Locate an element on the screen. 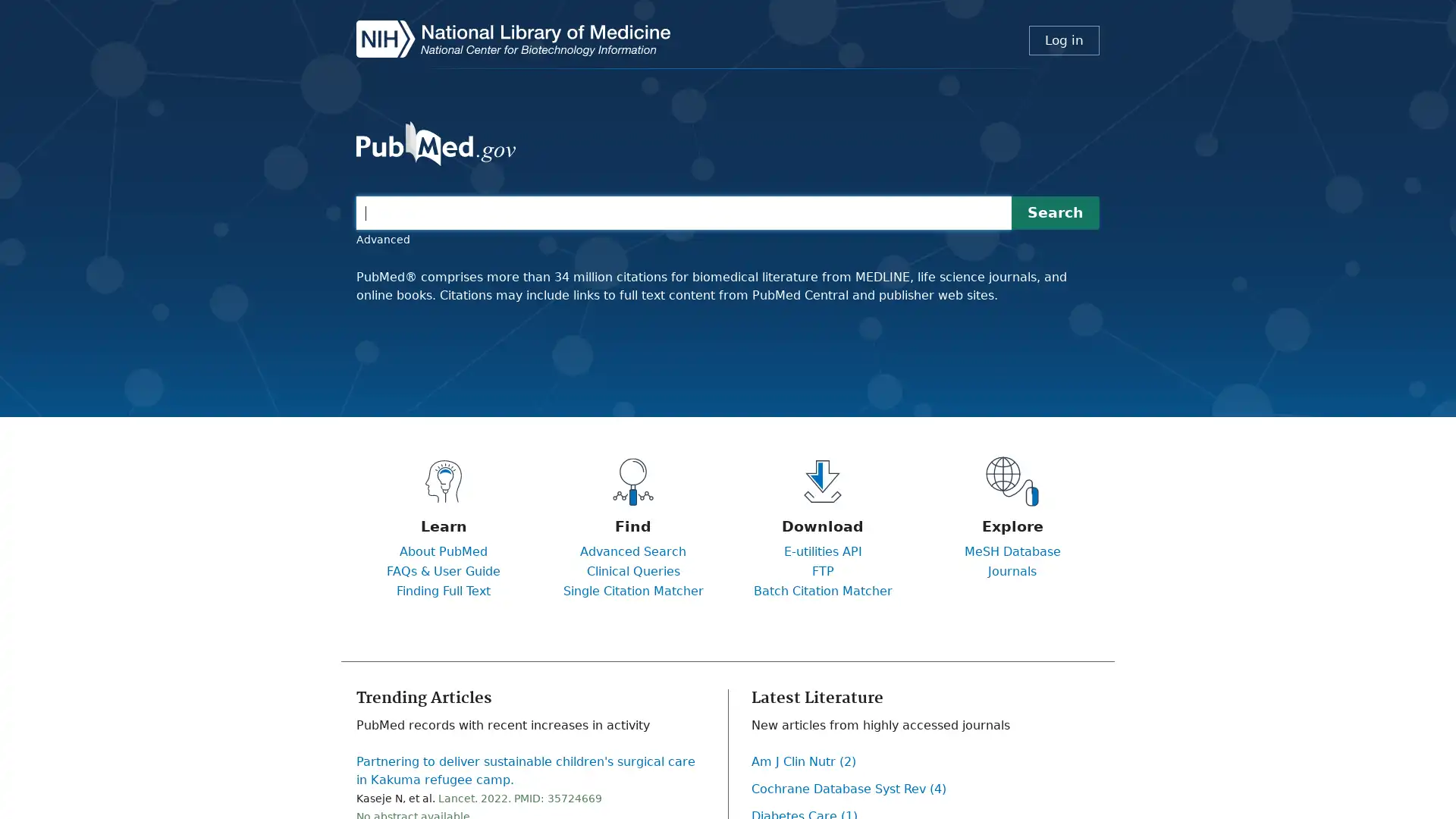 The height and width of the screenshot is (819, 1456). Search is located at coordinates (1055, 213).